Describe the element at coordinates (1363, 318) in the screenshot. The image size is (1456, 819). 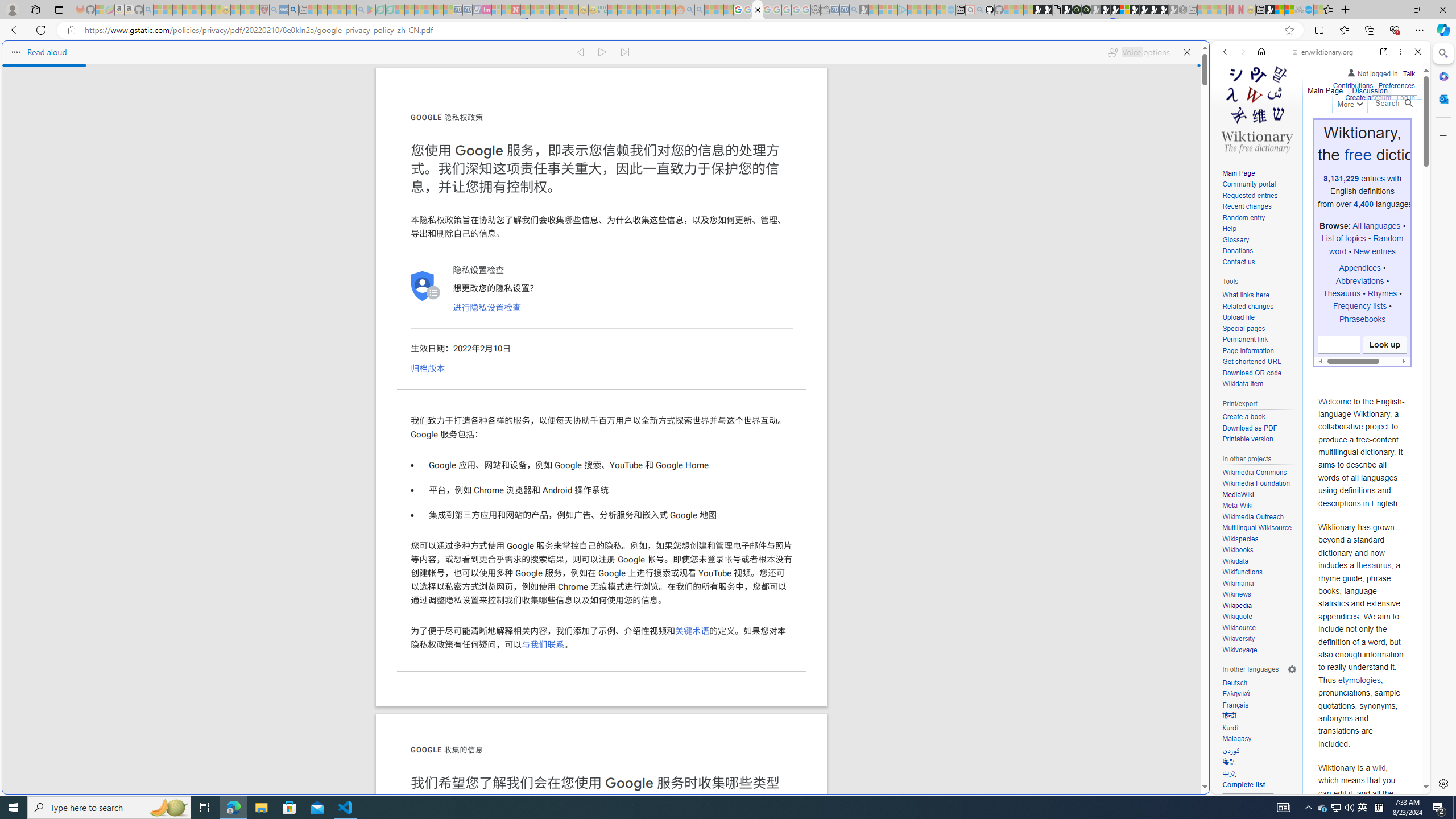
I see `'Phrasebooks'` at that location.